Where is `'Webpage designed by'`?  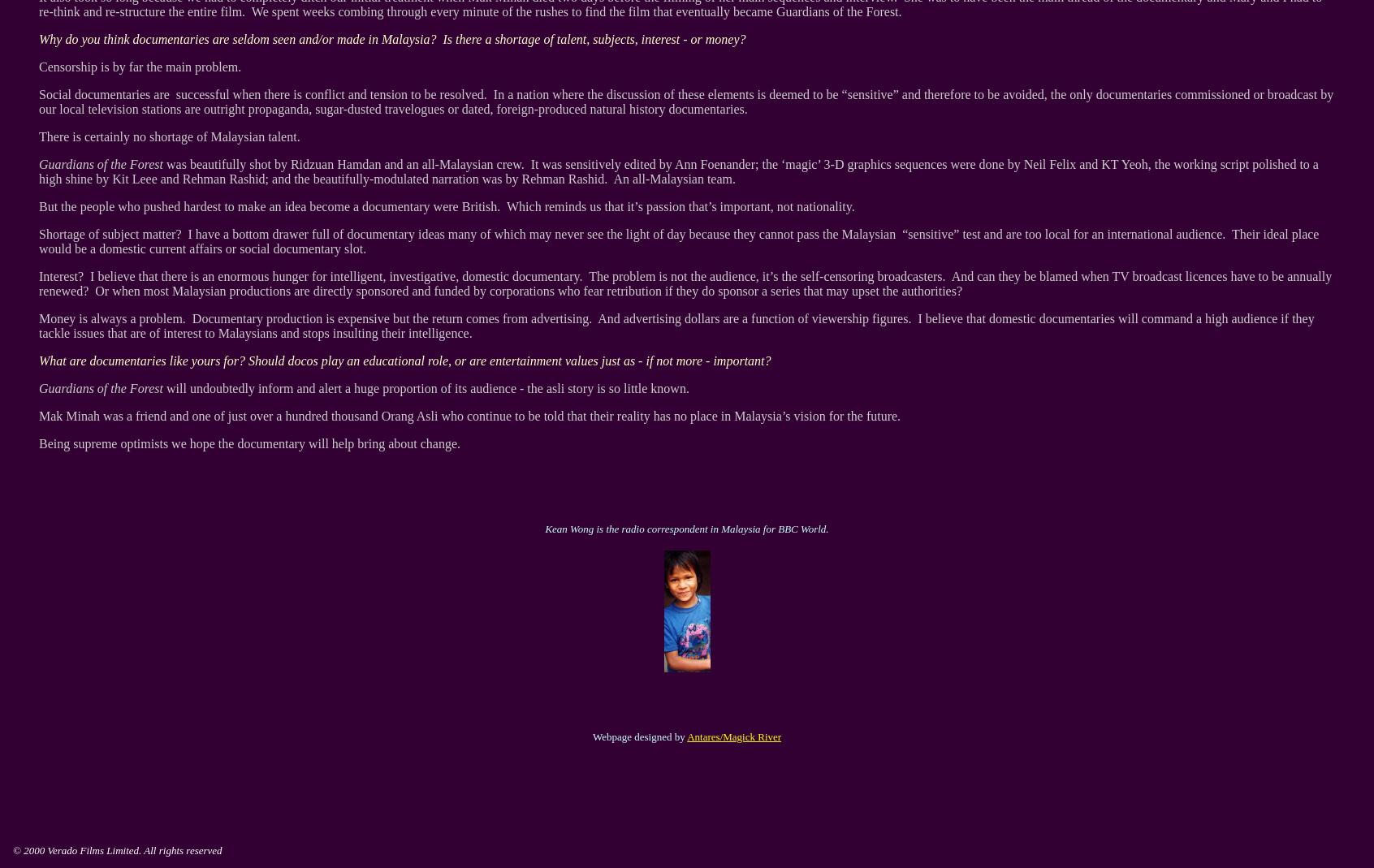
'Webpage designed by' is located at coordinates (639, 736).